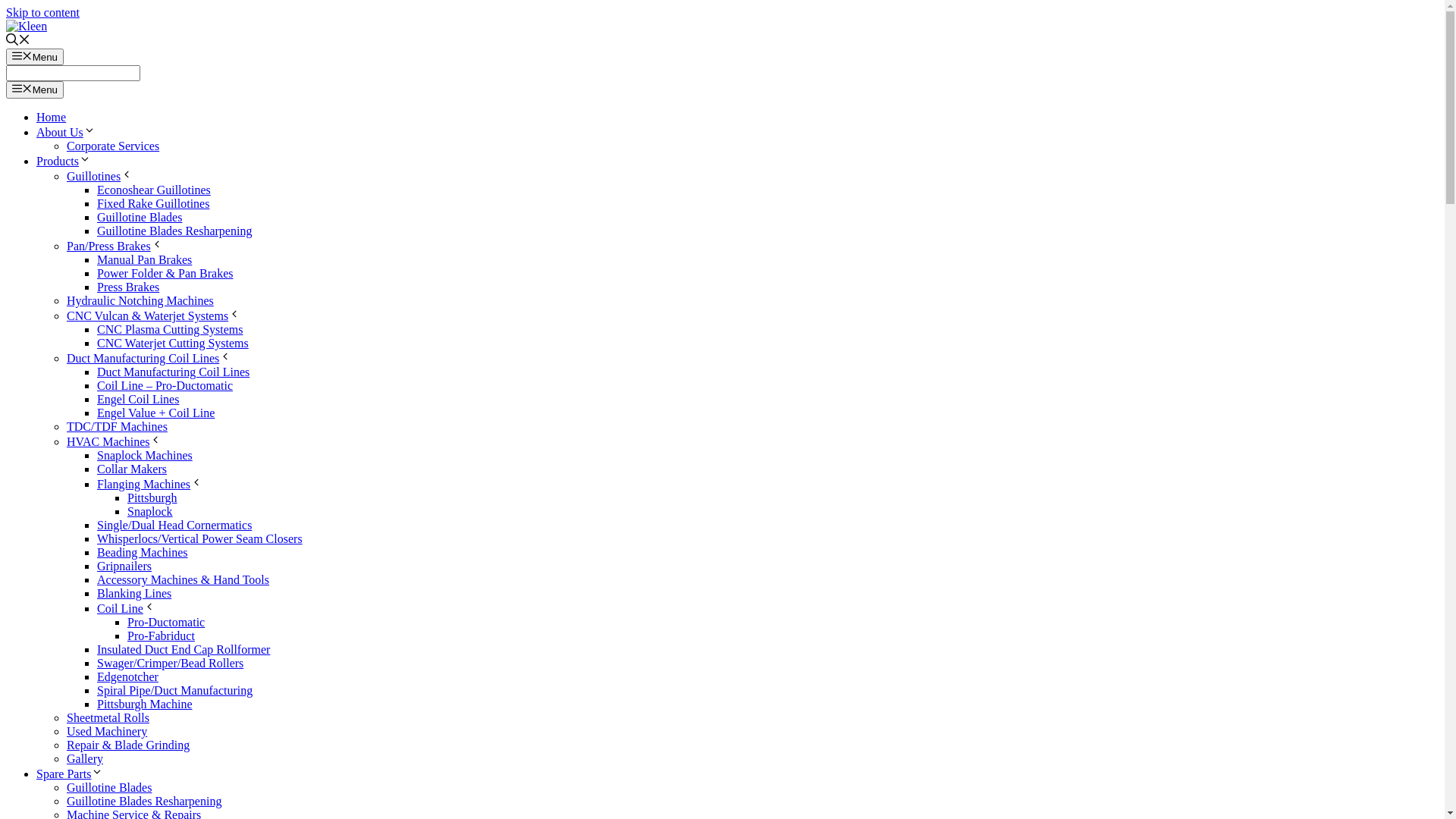 This screenshot has height=819, width=1456. Describe the element at coordinates (165, 273) in the screenshot. I see `'Power Folder & Pan Brakes'` at that location.